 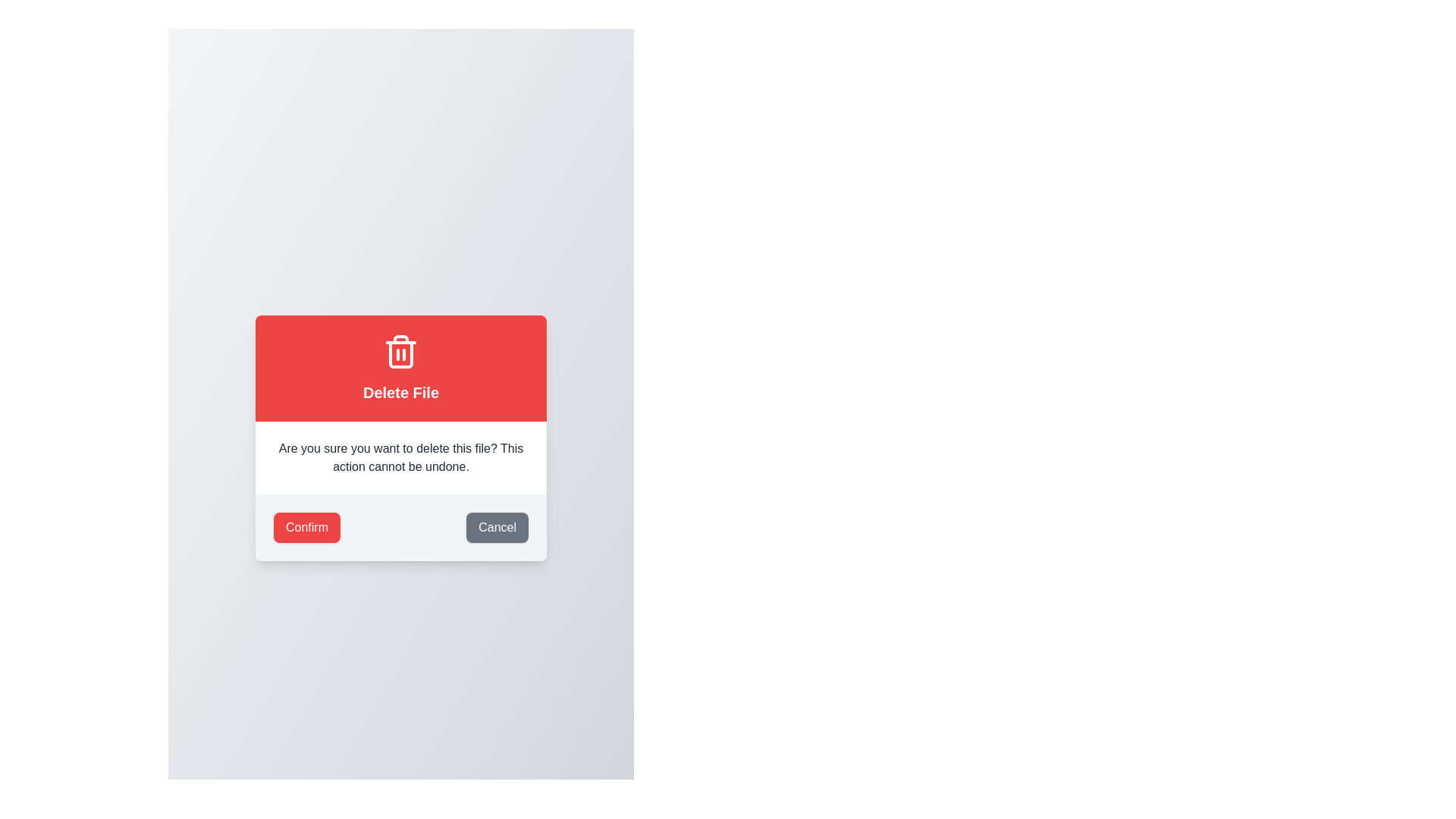 I want to click on the trash bin icon located in the red rectangular section of the dialog box, which is situated above the 'Delete File' text, so click(x=400, y=351).